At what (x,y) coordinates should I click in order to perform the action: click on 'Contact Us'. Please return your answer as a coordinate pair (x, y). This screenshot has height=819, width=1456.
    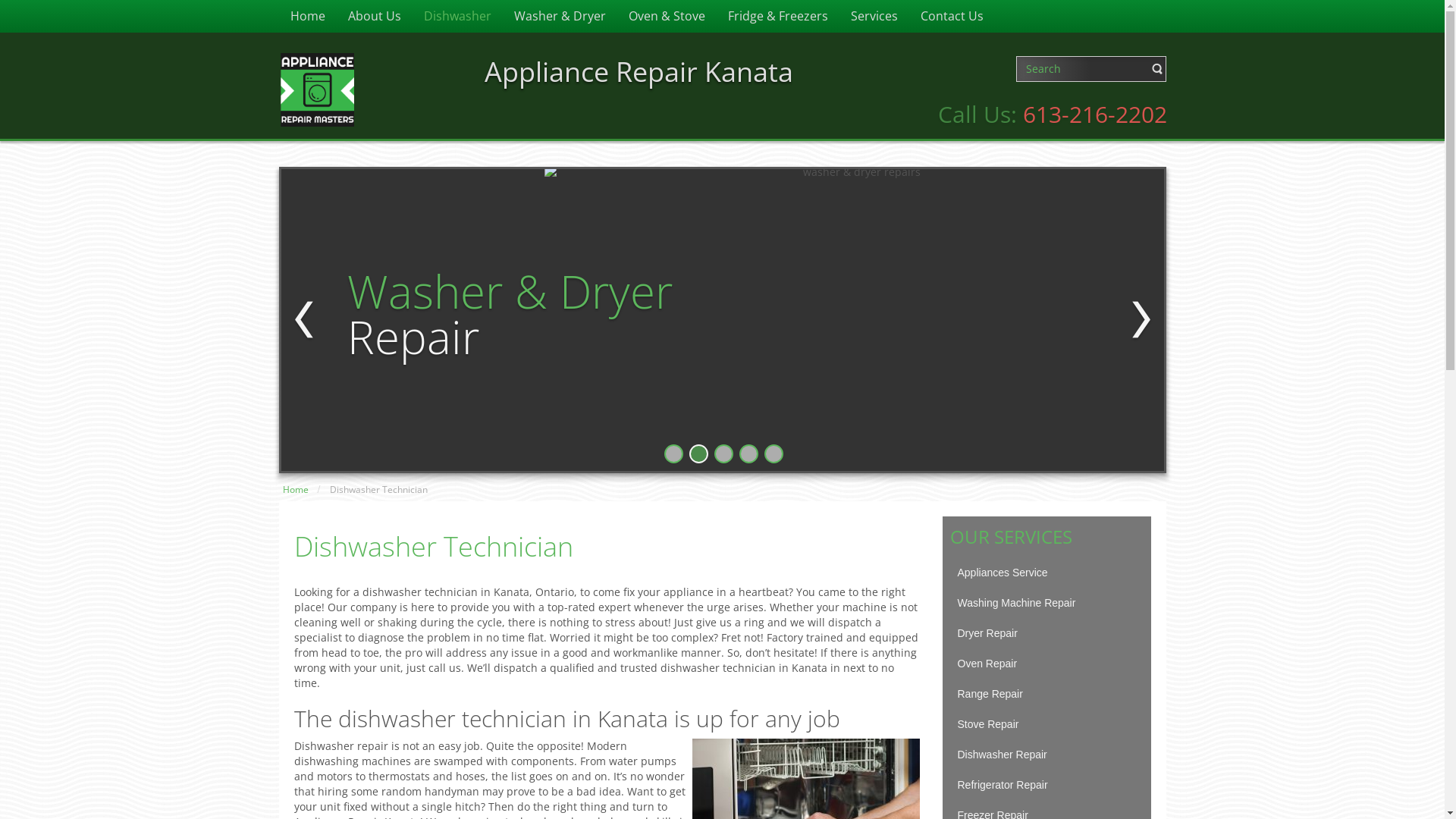
    Looking at the image, I should click on (950, 16).